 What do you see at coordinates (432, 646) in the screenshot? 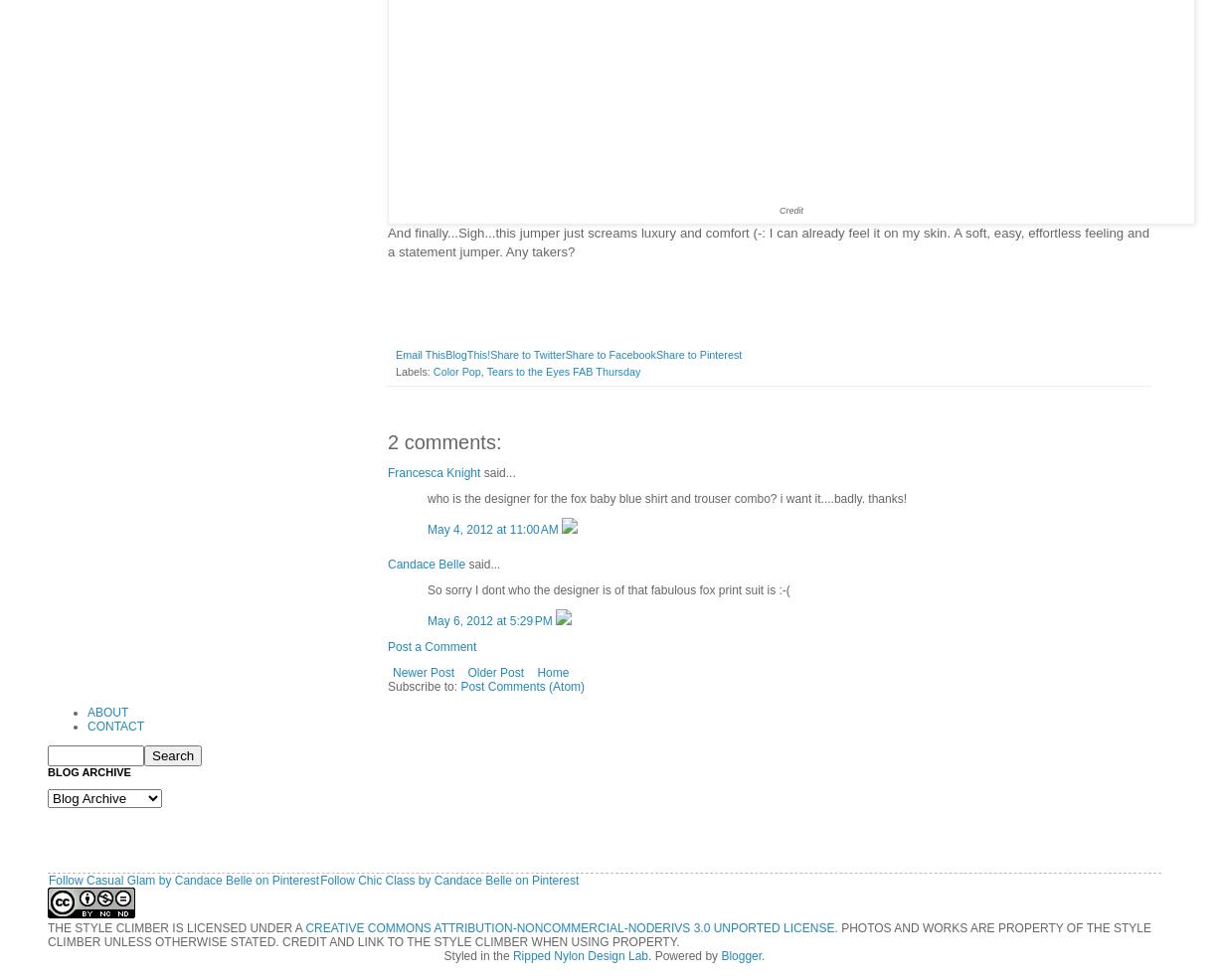
I see `'Post a Comment'` at bounding box center [432, 646].